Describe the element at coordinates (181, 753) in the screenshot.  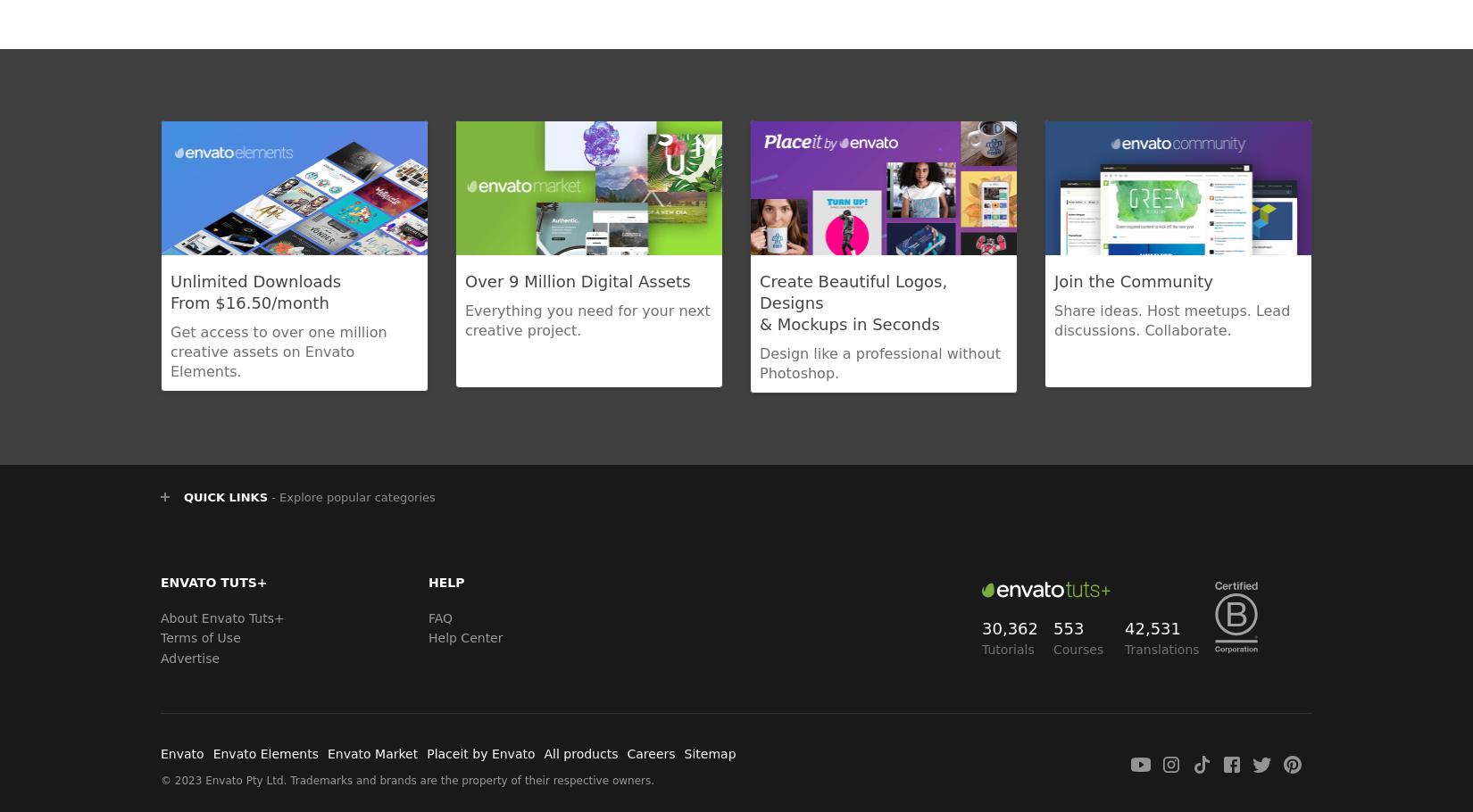
I see `'Envato'` at that location.